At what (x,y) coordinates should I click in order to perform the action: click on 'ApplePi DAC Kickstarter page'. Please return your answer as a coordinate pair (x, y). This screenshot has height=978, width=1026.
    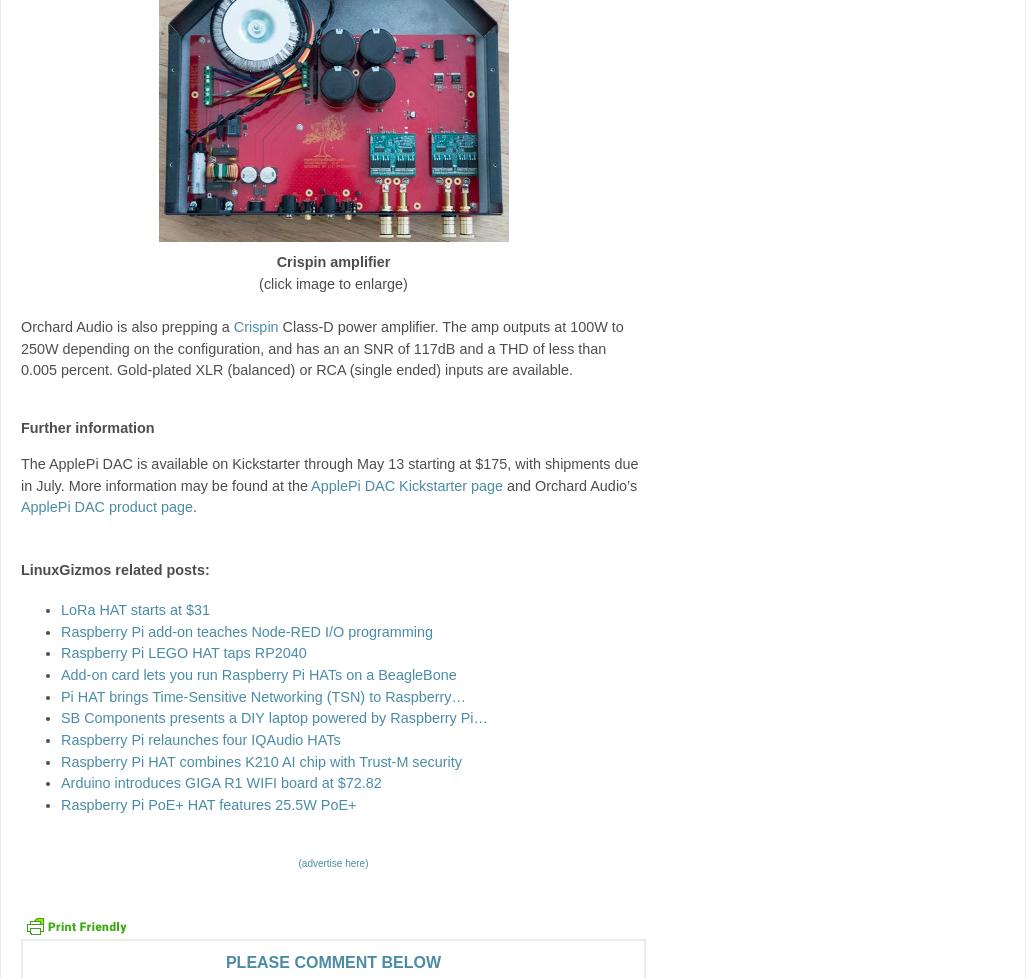
    Looking at the image, I should click on (406, 483).